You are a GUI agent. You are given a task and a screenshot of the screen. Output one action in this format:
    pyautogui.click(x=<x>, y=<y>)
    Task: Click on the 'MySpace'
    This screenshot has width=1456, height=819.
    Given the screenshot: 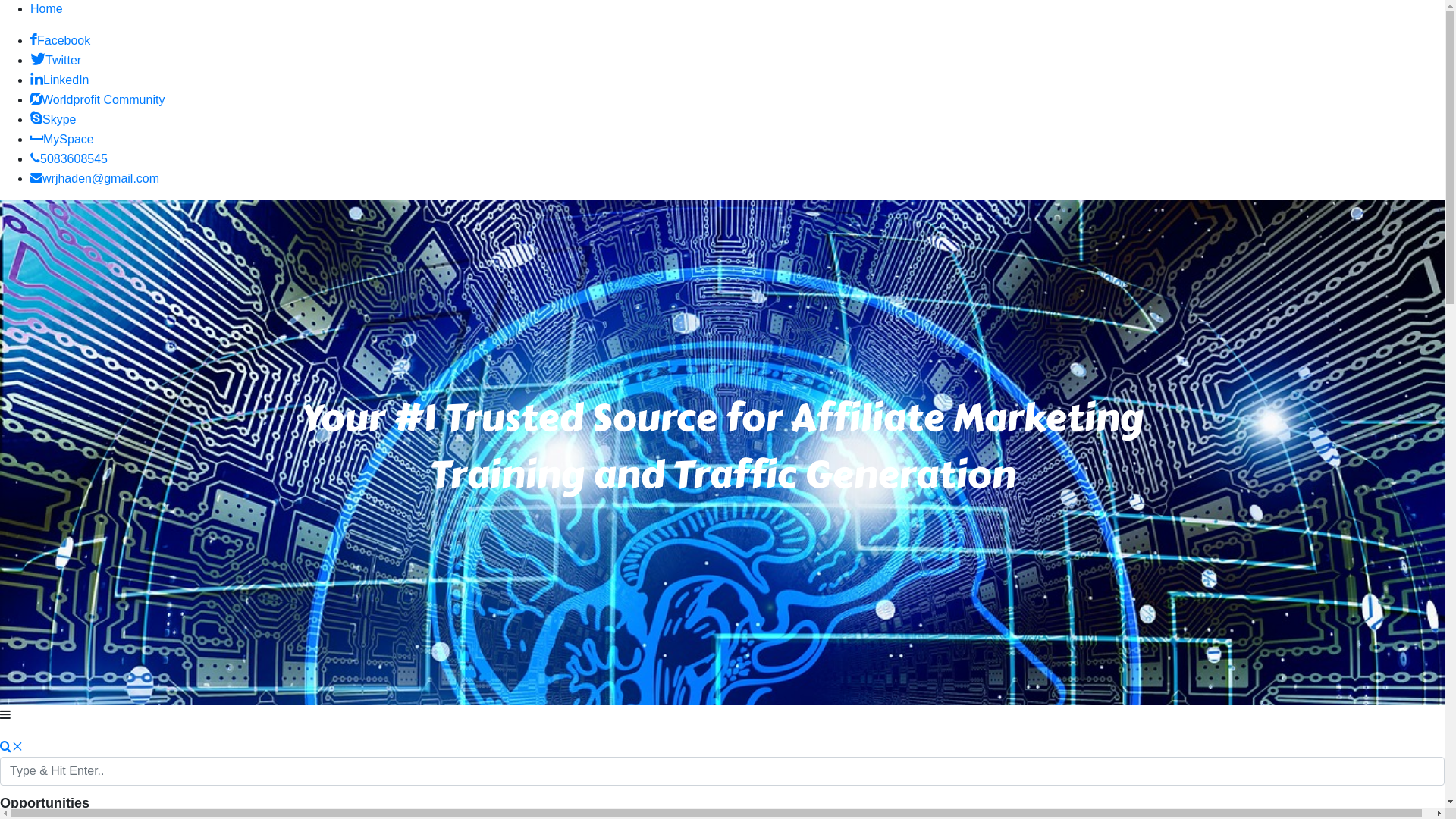 What is the action you would take?
    pyautogui.click(x=61, y=139)
    